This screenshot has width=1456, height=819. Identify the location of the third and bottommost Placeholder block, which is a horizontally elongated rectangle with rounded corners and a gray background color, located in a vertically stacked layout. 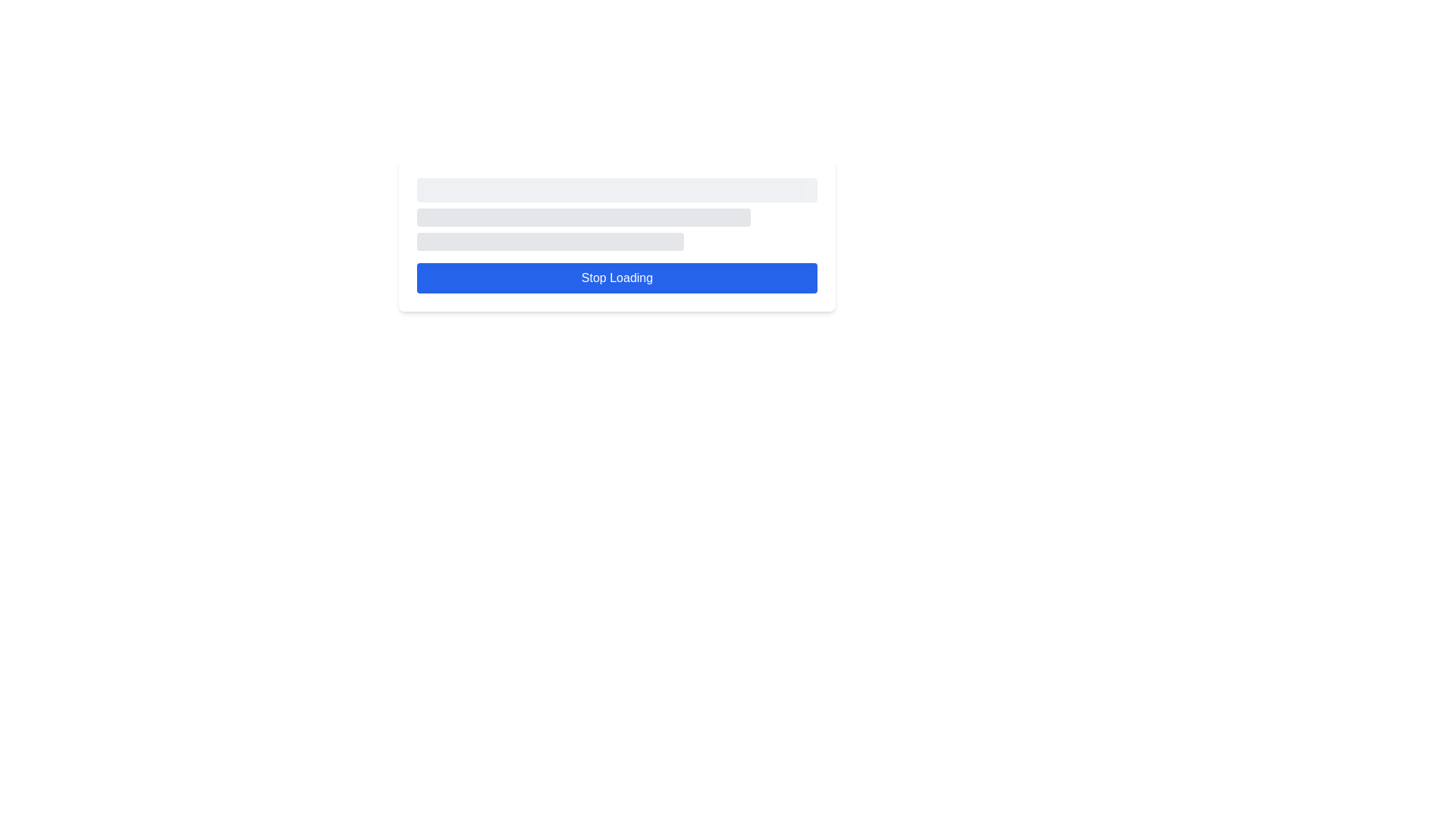
(549, 241).